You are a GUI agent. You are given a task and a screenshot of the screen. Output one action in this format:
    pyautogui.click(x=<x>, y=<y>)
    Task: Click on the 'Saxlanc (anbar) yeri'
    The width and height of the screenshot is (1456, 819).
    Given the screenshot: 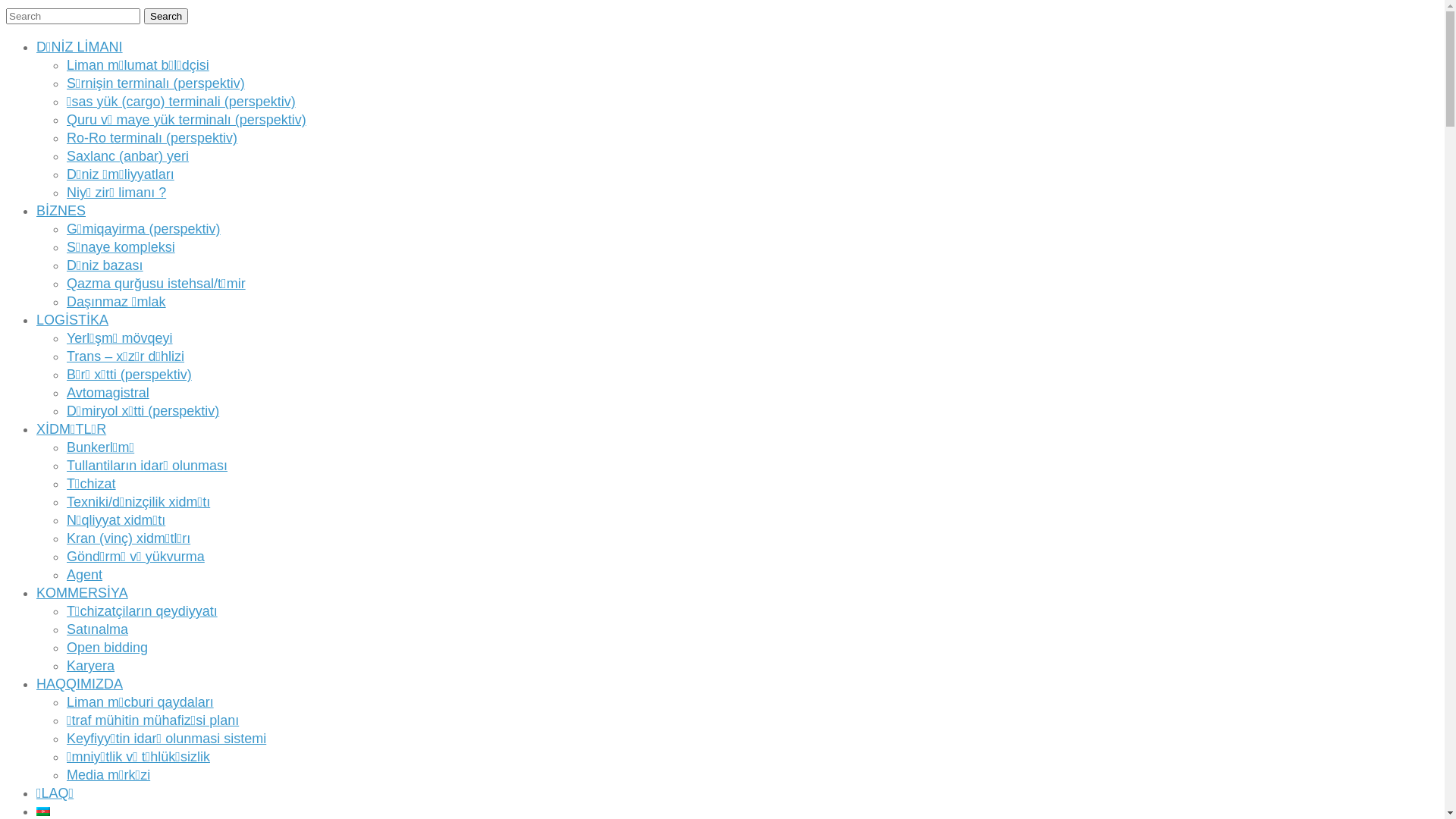 What is the action you would take?
    pyautogui.click(x=127, y=155)
    